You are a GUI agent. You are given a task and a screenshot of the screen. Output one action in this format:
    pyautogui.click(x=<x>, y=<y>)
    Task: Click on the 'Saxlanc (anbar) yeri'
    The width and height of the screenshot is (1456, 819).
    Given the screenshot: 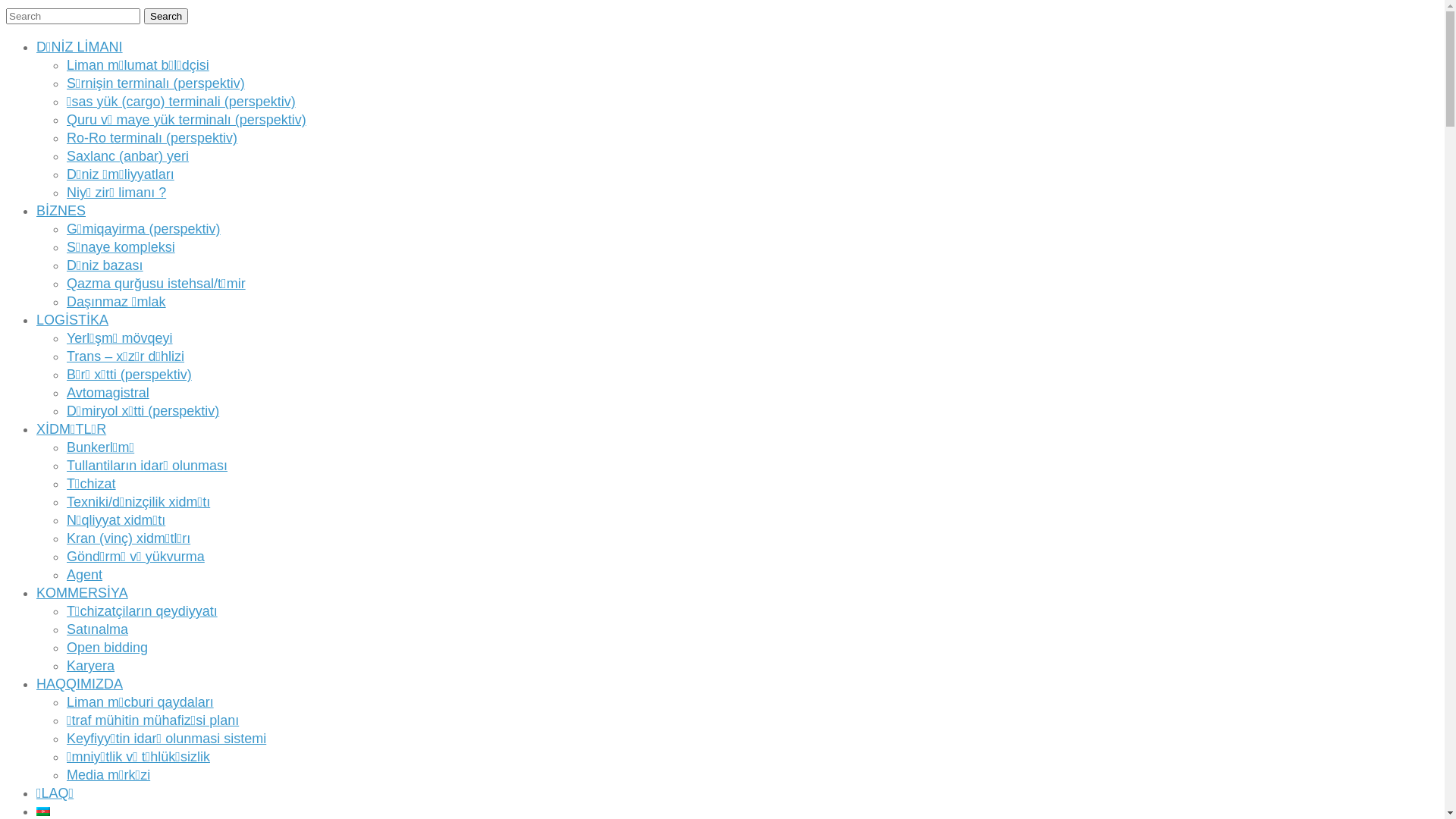 What is the action you would take?
    pyautogui.click(x=127, y=155)
    